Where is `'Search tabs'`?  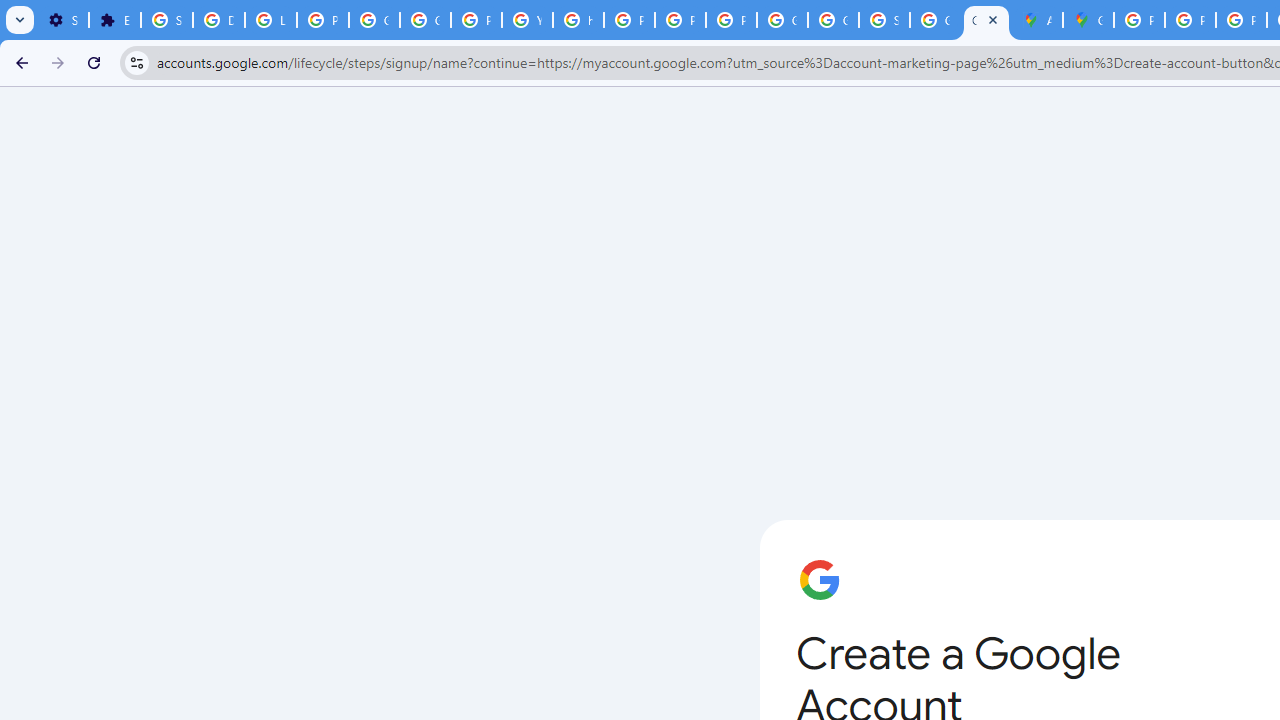 'Search tabs' is located at coordinates (20, 20).